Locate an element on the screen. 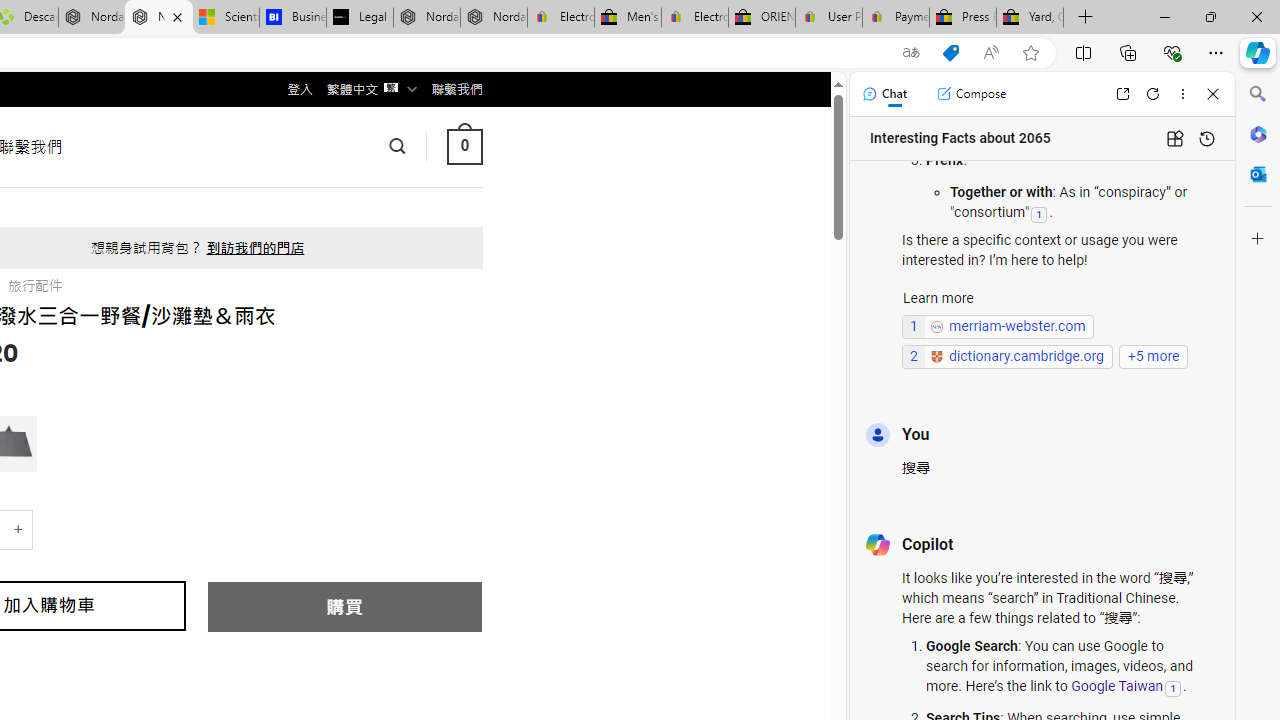  'Show translate options' is located at coordinates (909, 52).